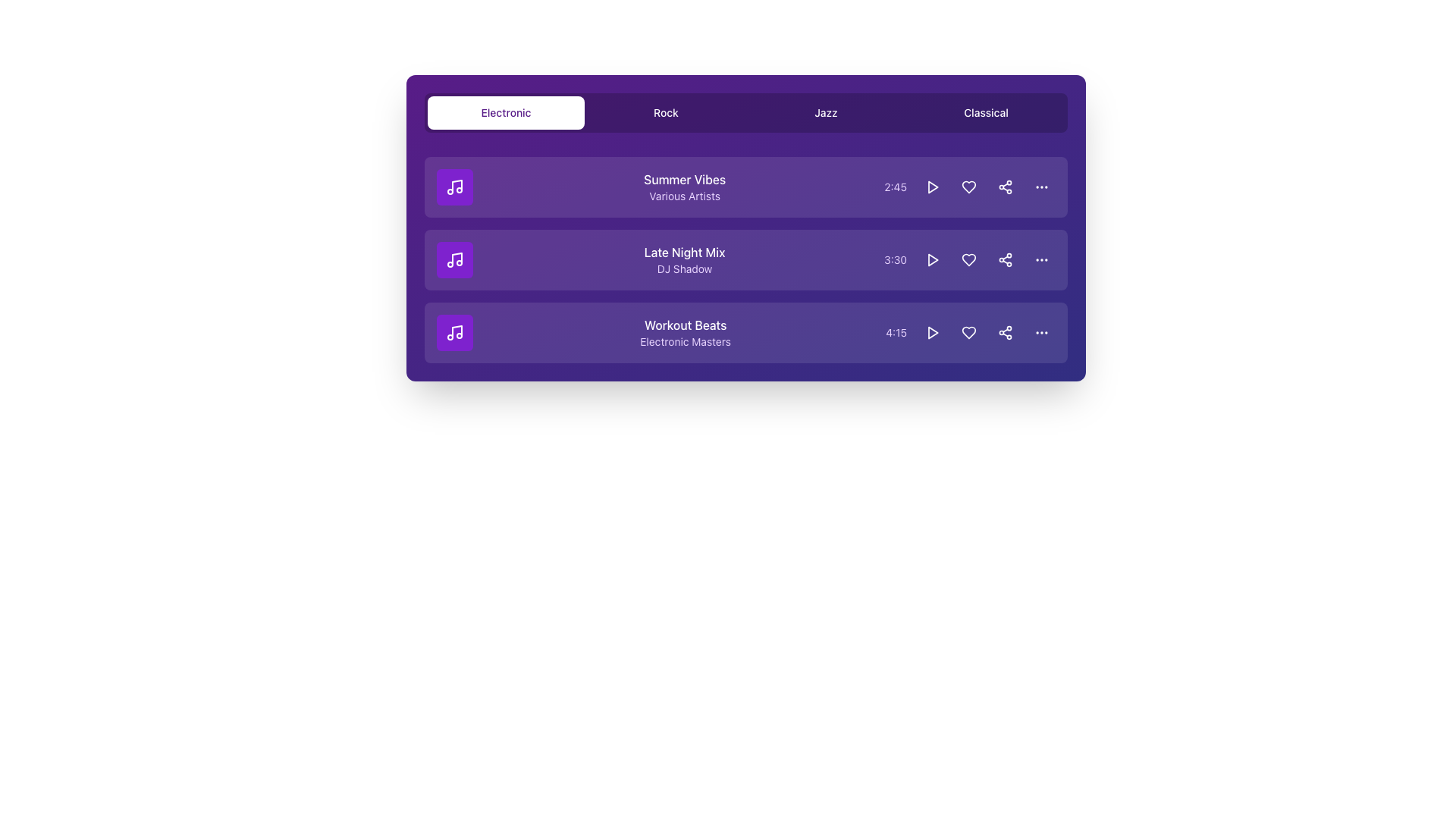 Image resolution: width=1456 pixels, height=819 pixels. Describe the element at coordinates (1005, 259) in the screenshot. I see `the share button located in the third row of the playlist interface, which triggers sharing actions` at that location.